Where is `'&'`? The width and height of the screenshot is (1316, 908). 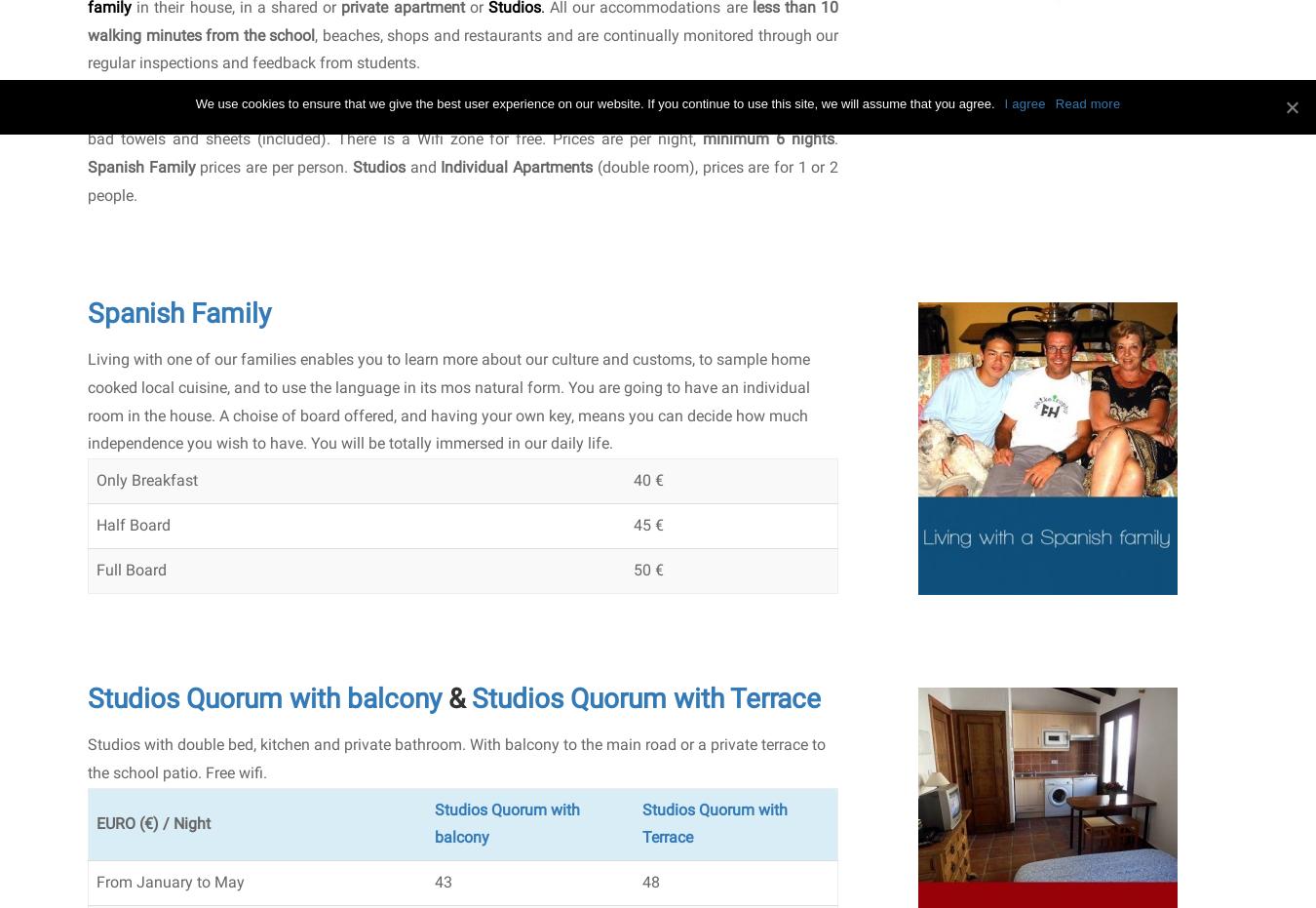 '&' is located at coordinates (455, 697).